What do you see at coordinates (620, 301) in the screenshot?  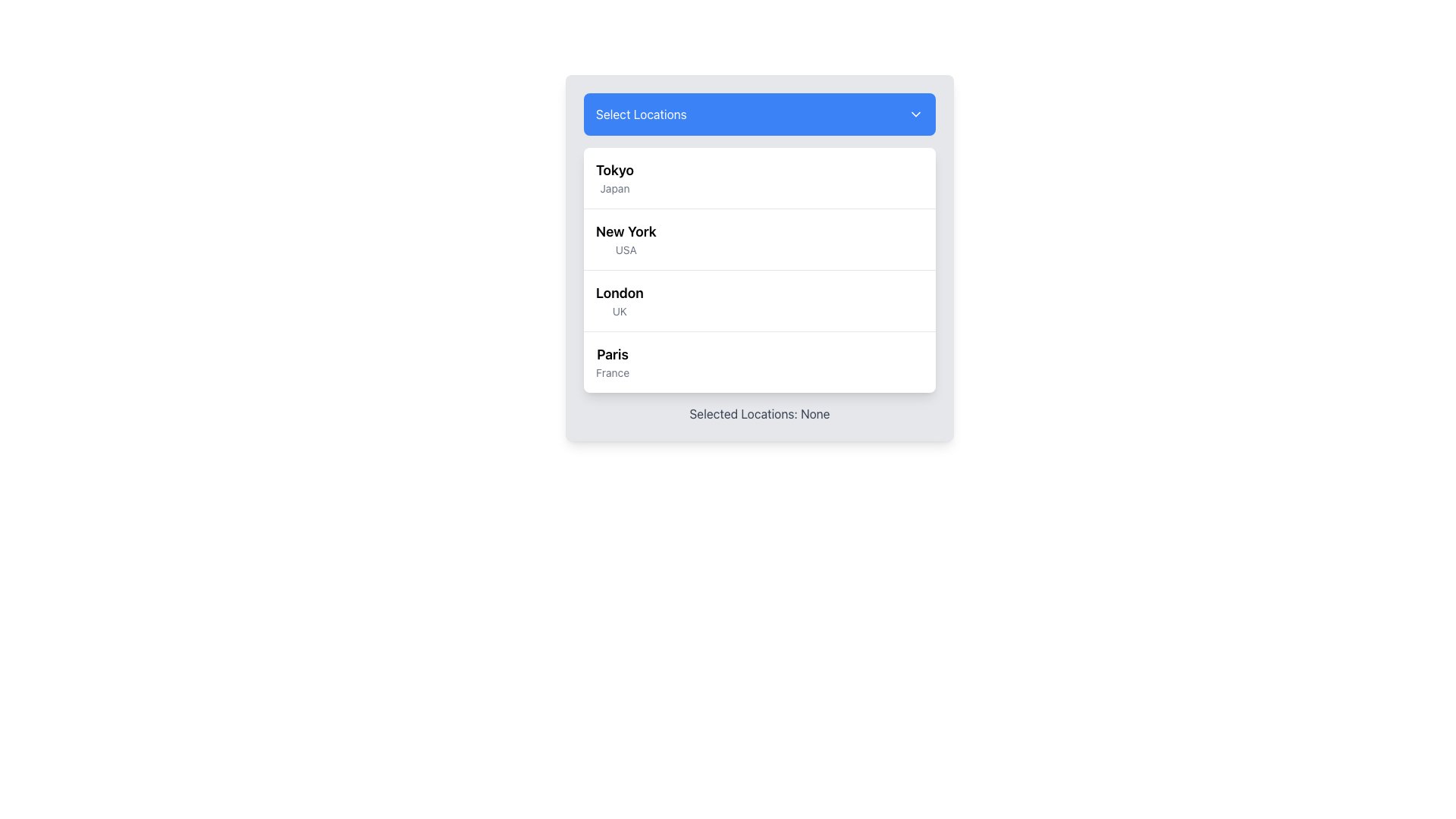 I see `the dropdown menu option for 'London, UK', which is the third entry in the list` at bounding box center [620, 301].